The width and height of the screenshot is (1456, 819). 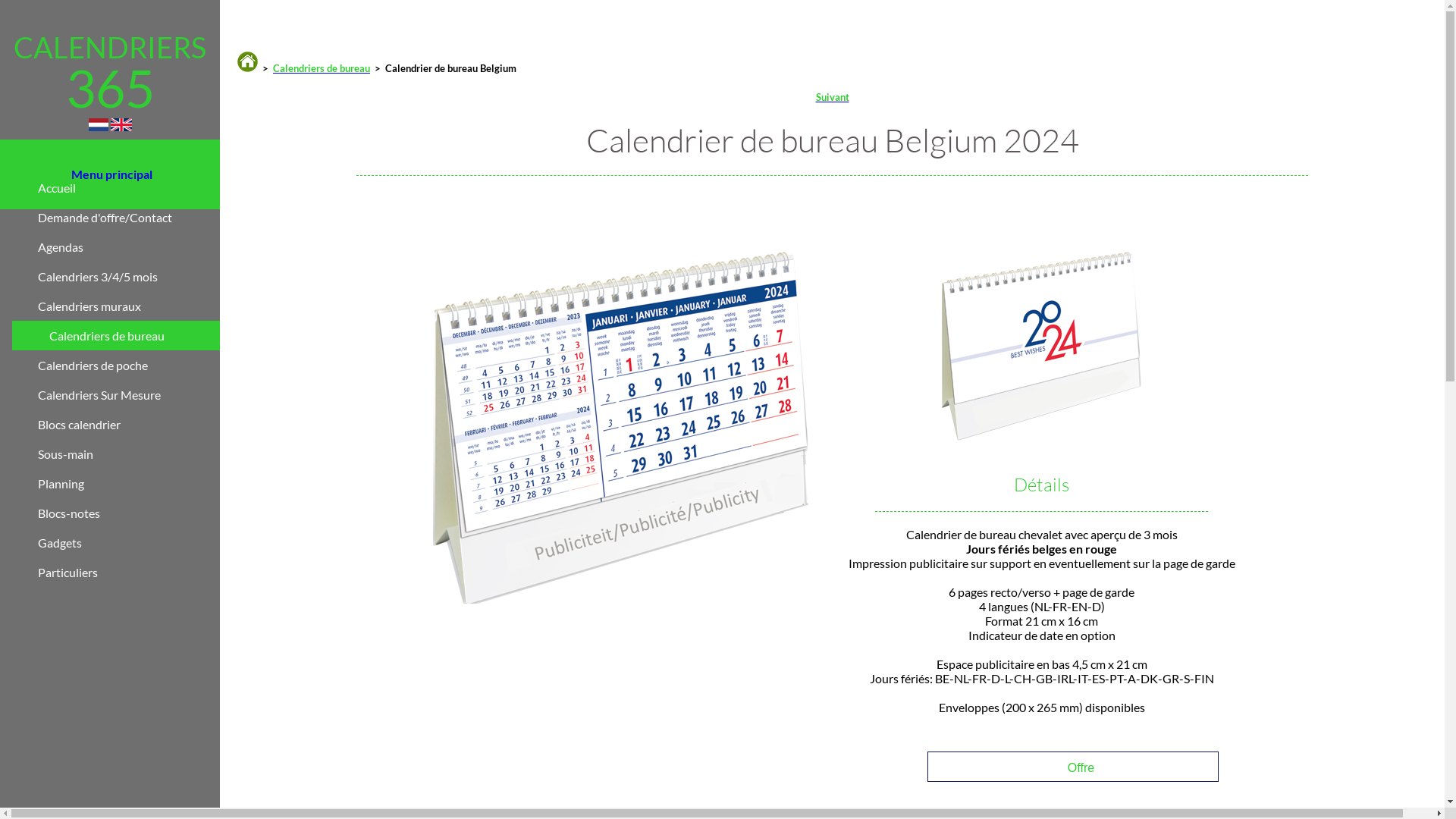 What do you see at coordinates (128, 217) in the screenshot?
I see `'Demande d'offre/Contact'` at bounding box center [128, 217].